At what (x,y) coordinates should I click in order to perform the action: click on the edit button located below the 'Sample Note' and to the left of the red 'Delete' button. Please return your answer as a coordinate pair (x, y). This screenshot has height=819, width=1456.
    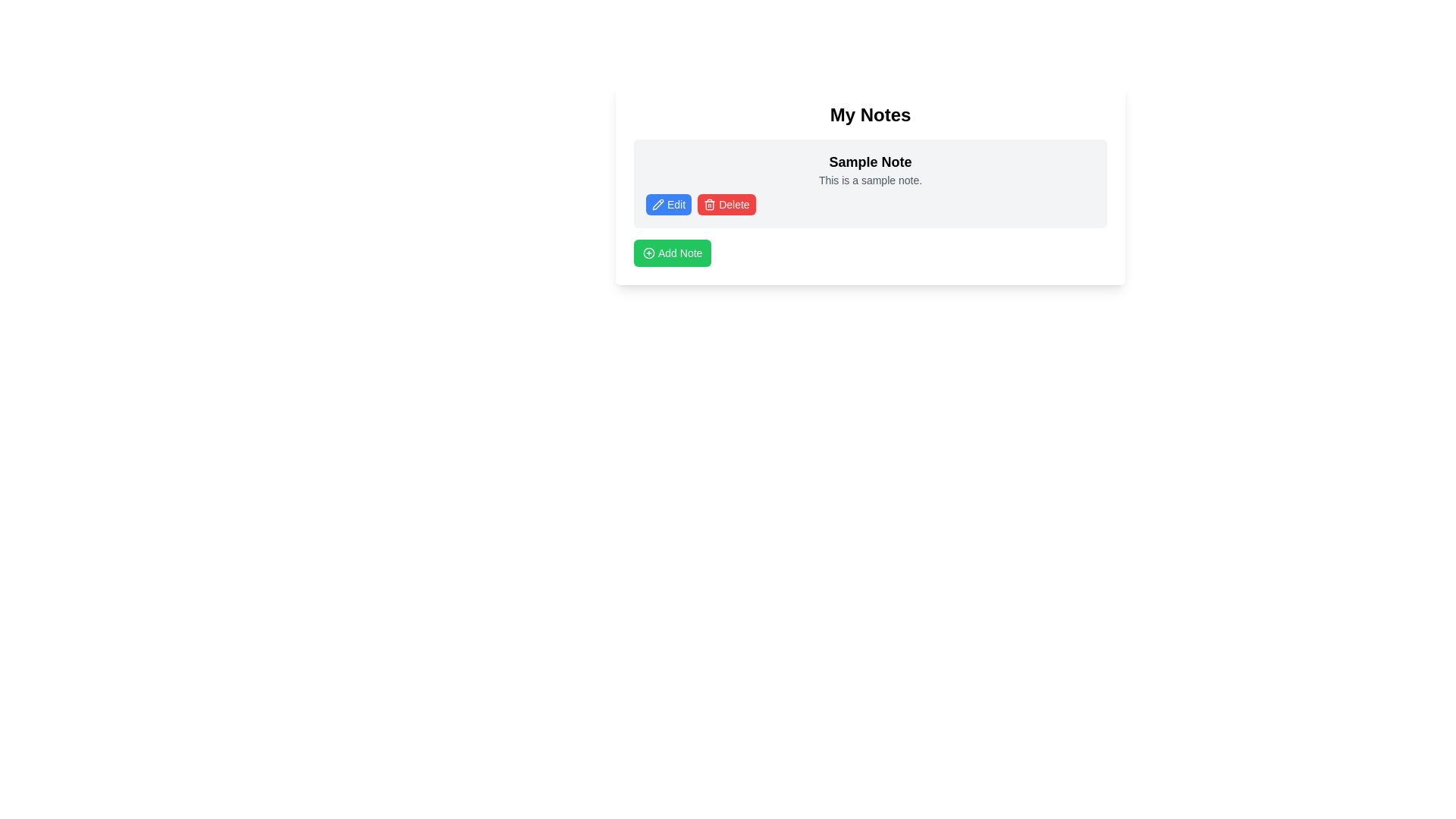
    Looking at the image, I should click on (668, 205).